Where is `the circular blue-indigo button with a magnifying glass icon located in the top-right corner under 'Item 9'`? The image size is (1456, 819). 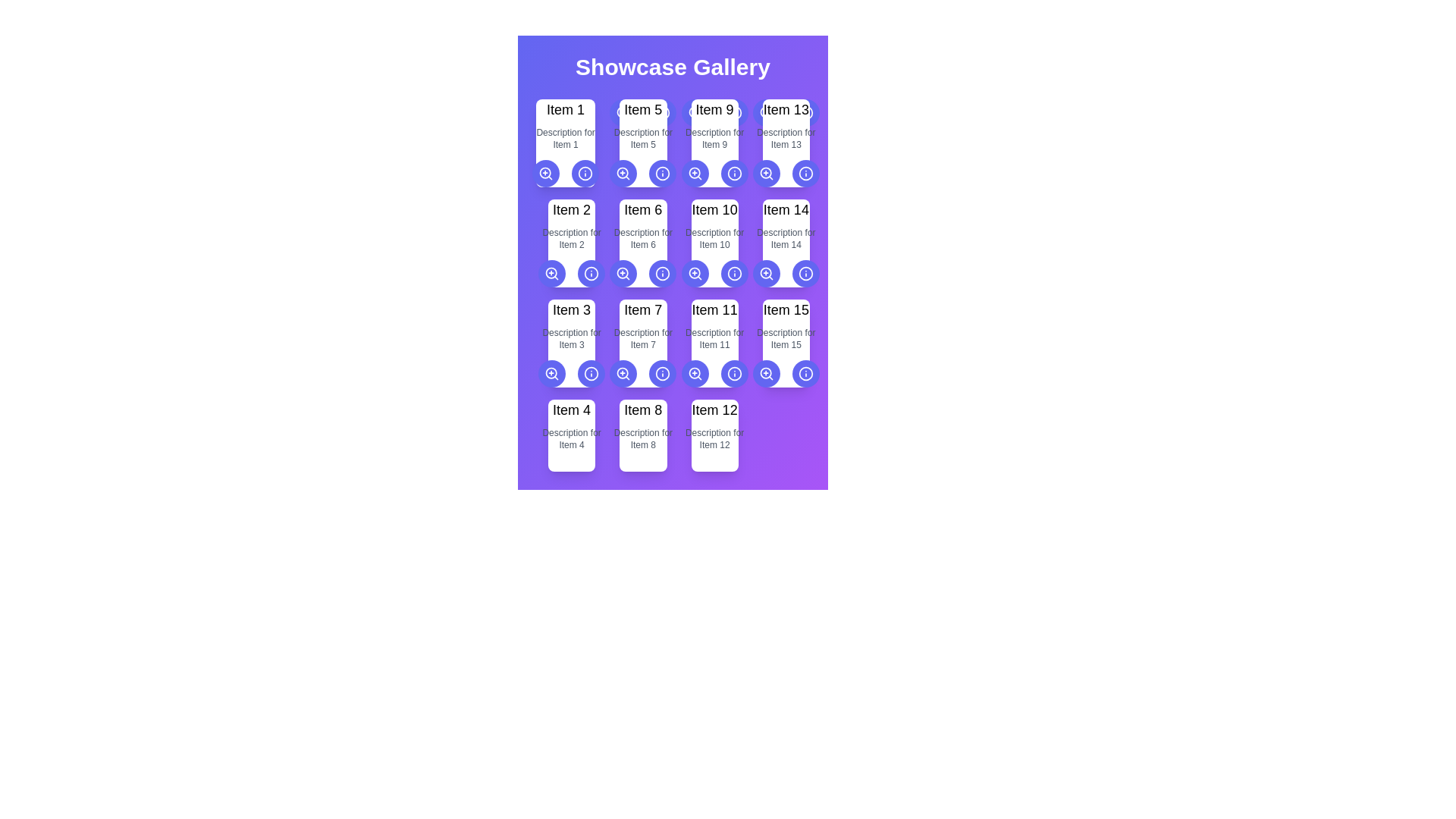
the circular blue-indigo button with a magnifying glass icon located in the top-right corner under 'Item 9' is located at coordinates (766, 172).